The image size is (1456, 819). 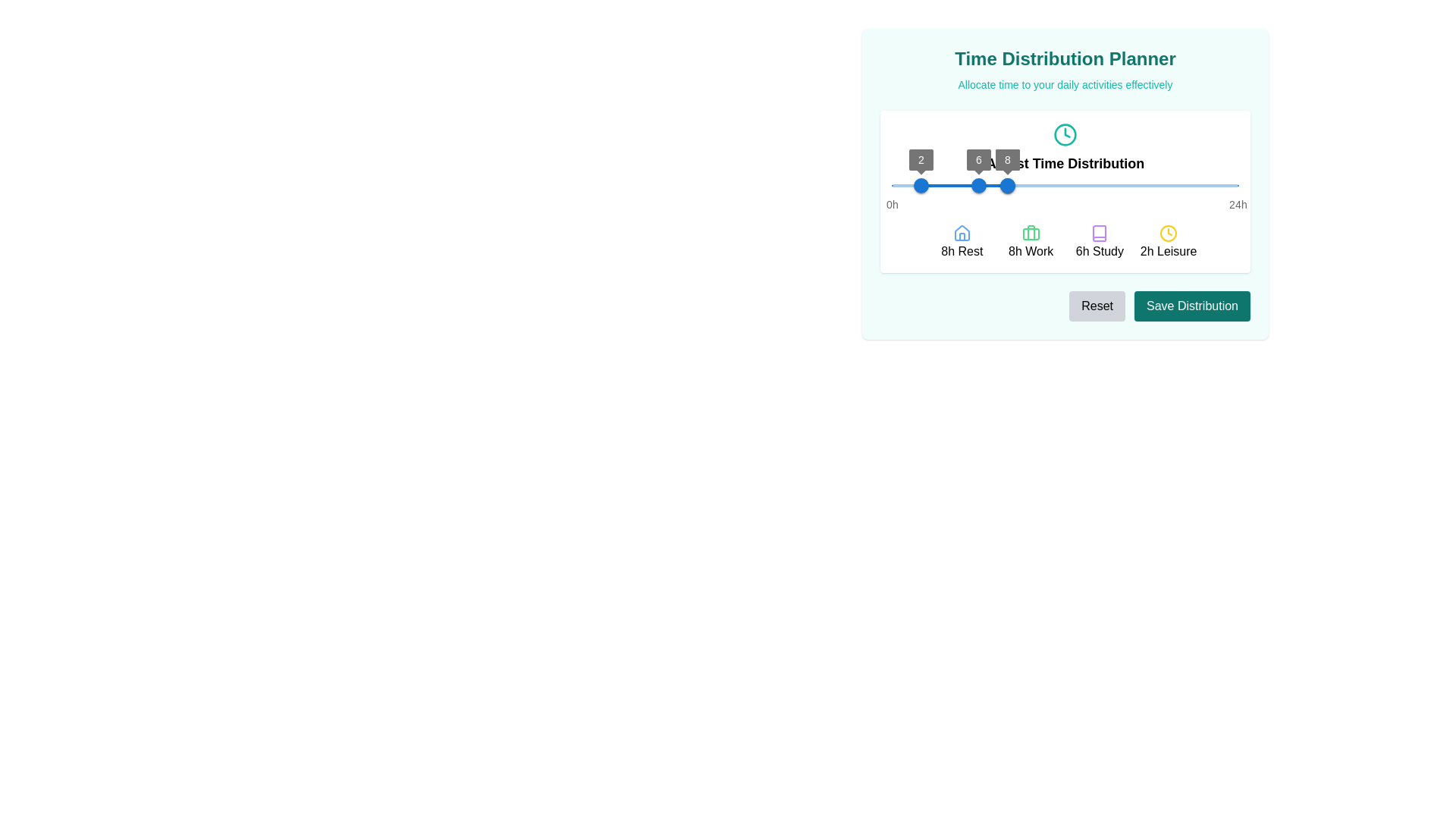 What do you see at coordinates (888, 185) in the screenshot?
I see `the slider value` at bounding box center [888, 185].